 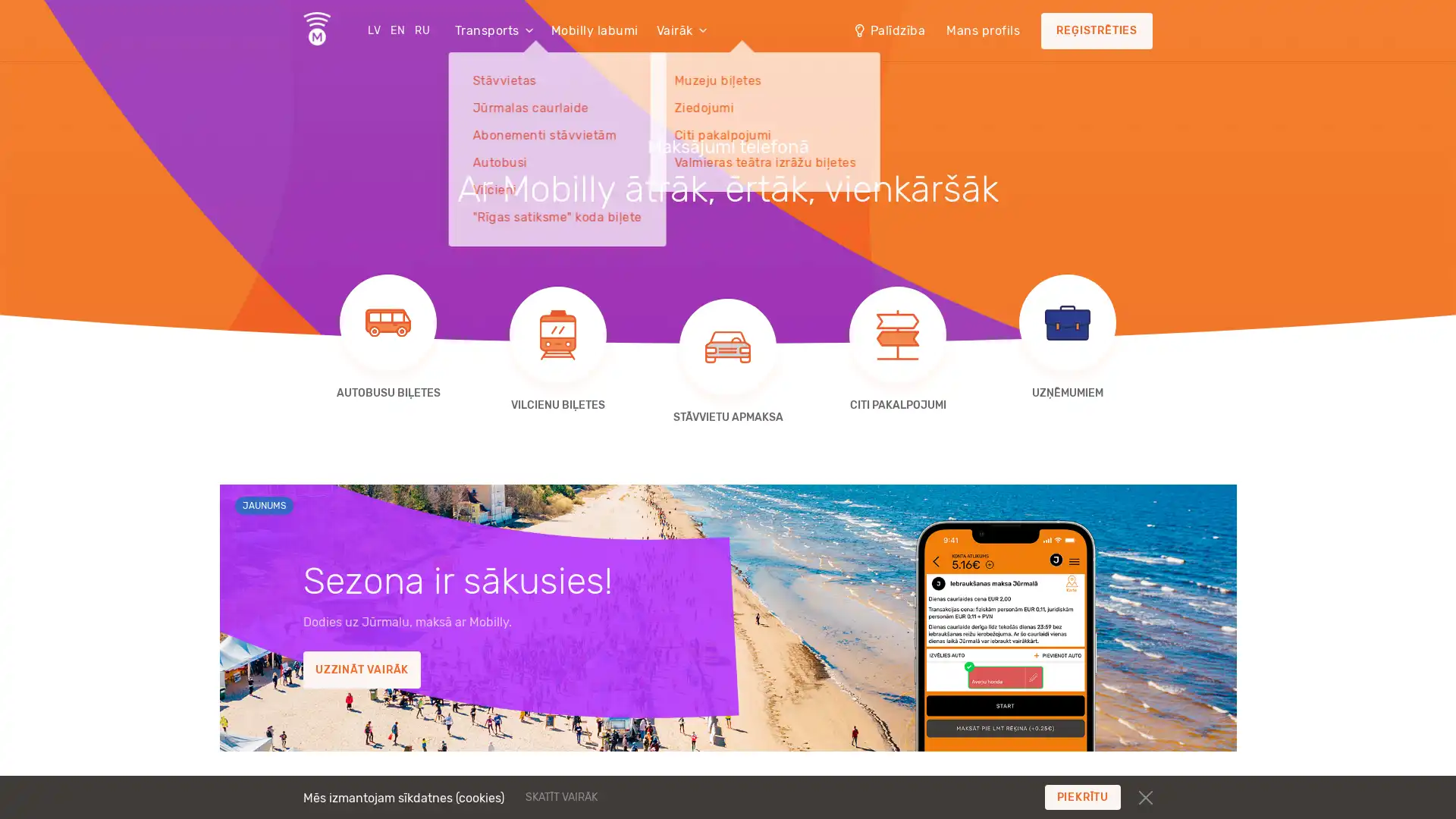 What do you see at coordinates (1081, 796) in the screenshot?
I see `PIEKRITU` at bounding box center [1081, 796].